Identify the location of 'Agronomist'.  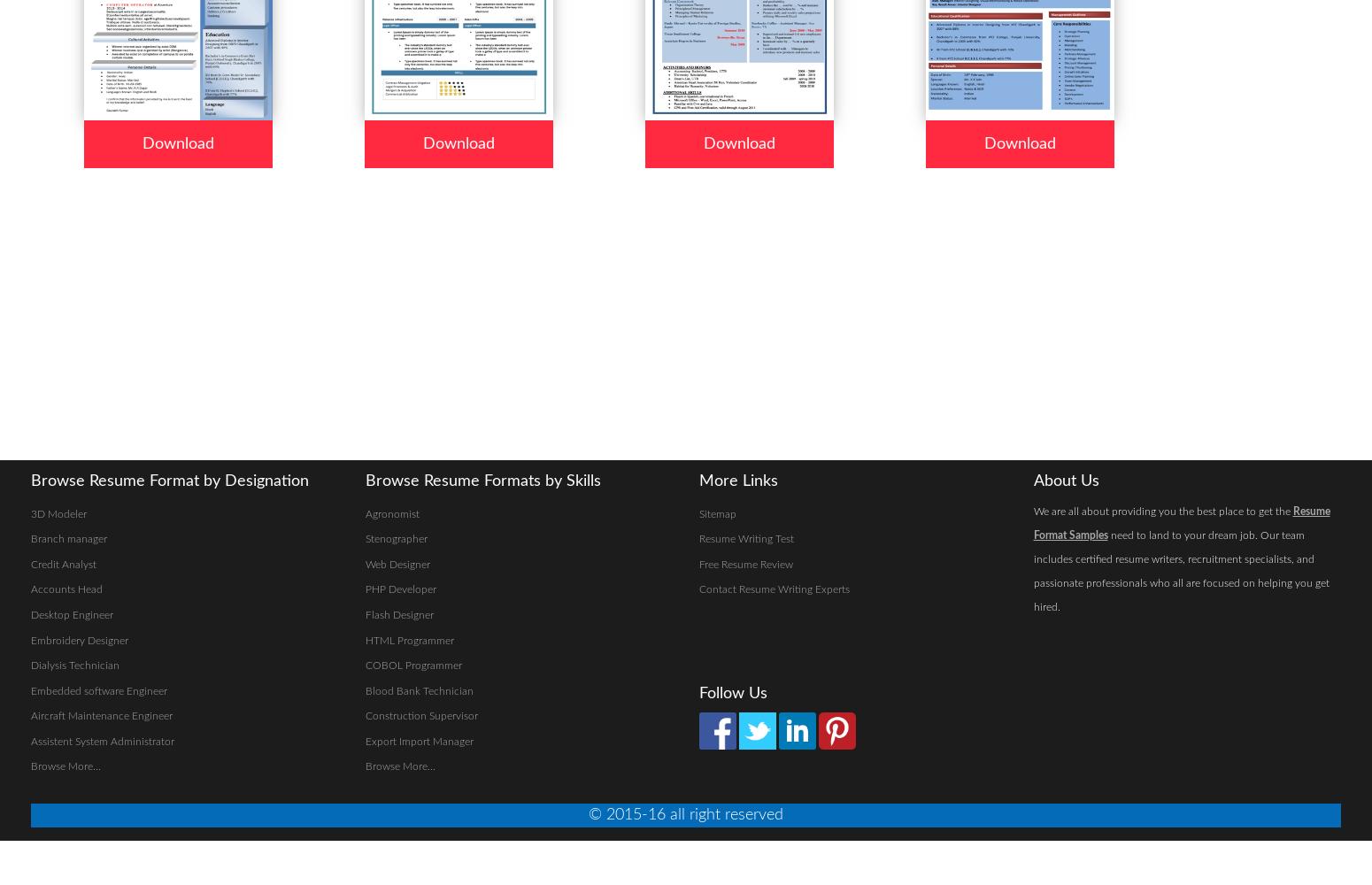
(391, 512).